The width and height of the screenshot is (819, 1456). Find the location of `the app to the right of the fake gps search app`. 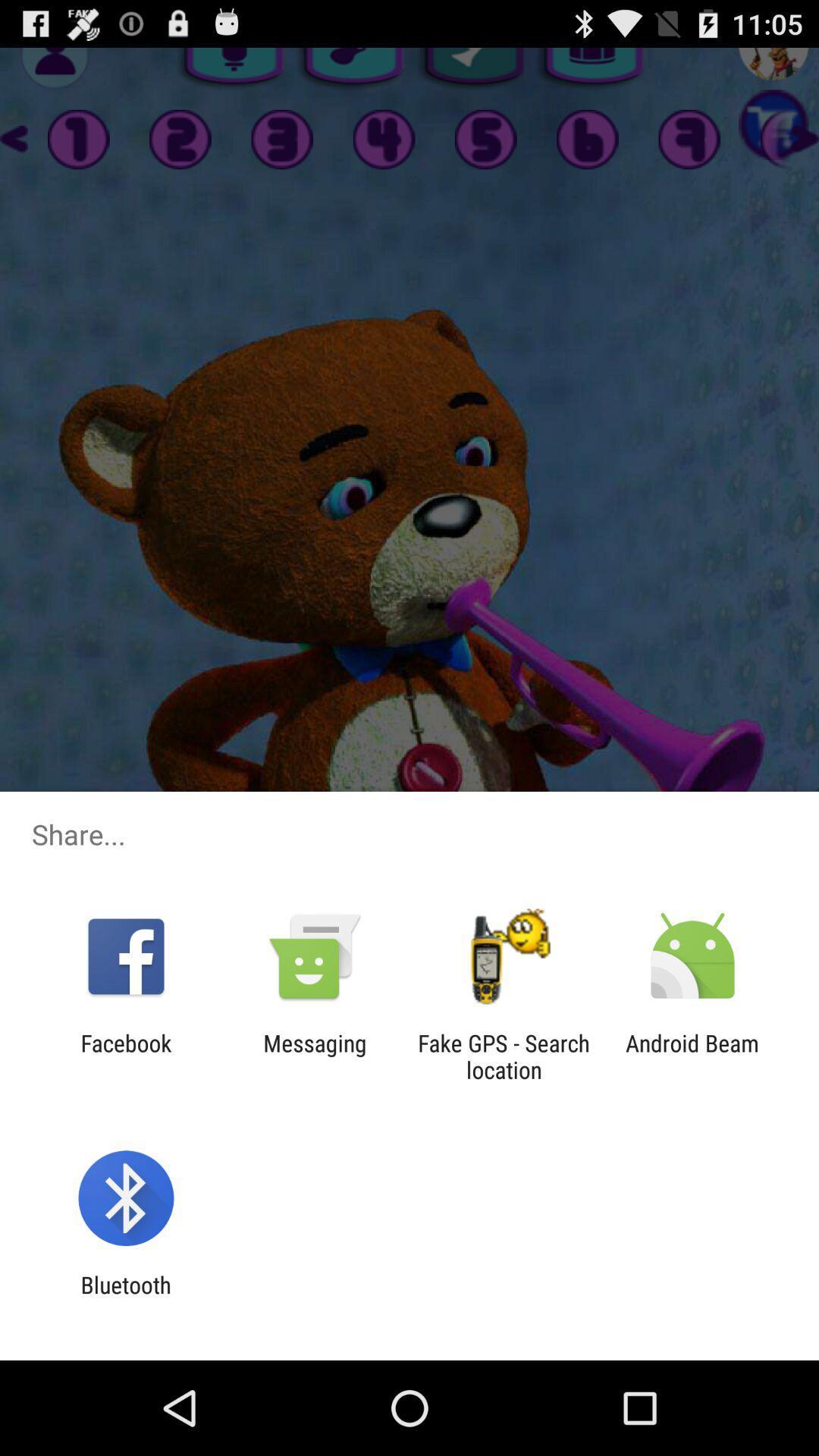

the app to the right of the fake gps search app is located at coordinates (692, 1056).